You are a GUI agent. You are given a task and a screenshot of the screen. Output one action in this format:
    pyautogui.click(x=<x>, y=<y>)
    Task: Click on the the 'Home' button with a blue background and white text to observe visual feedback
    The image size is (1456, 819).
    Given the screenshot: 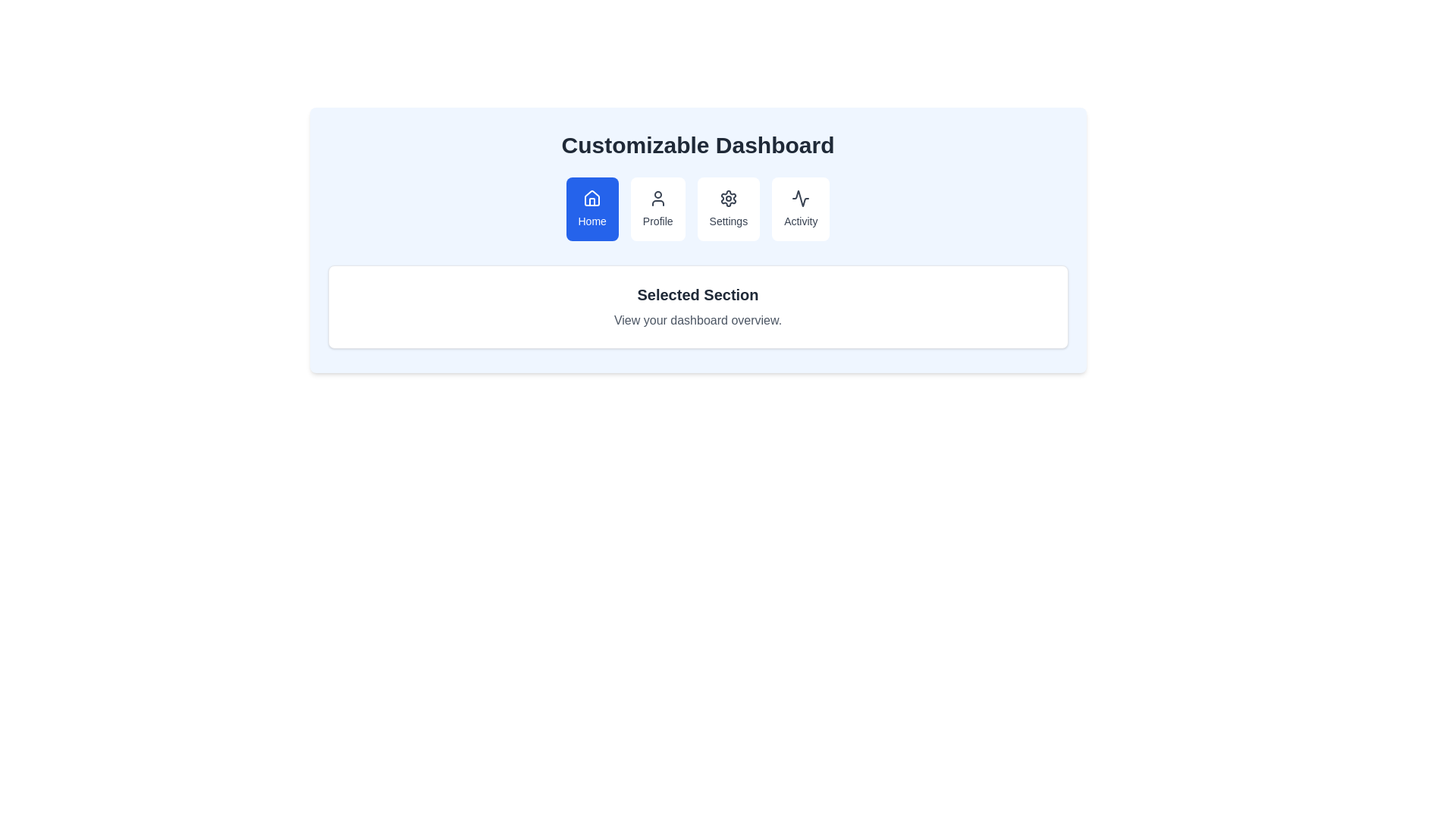 What is the action you would take?
    pyautogui.click(x=591, y=209)
    